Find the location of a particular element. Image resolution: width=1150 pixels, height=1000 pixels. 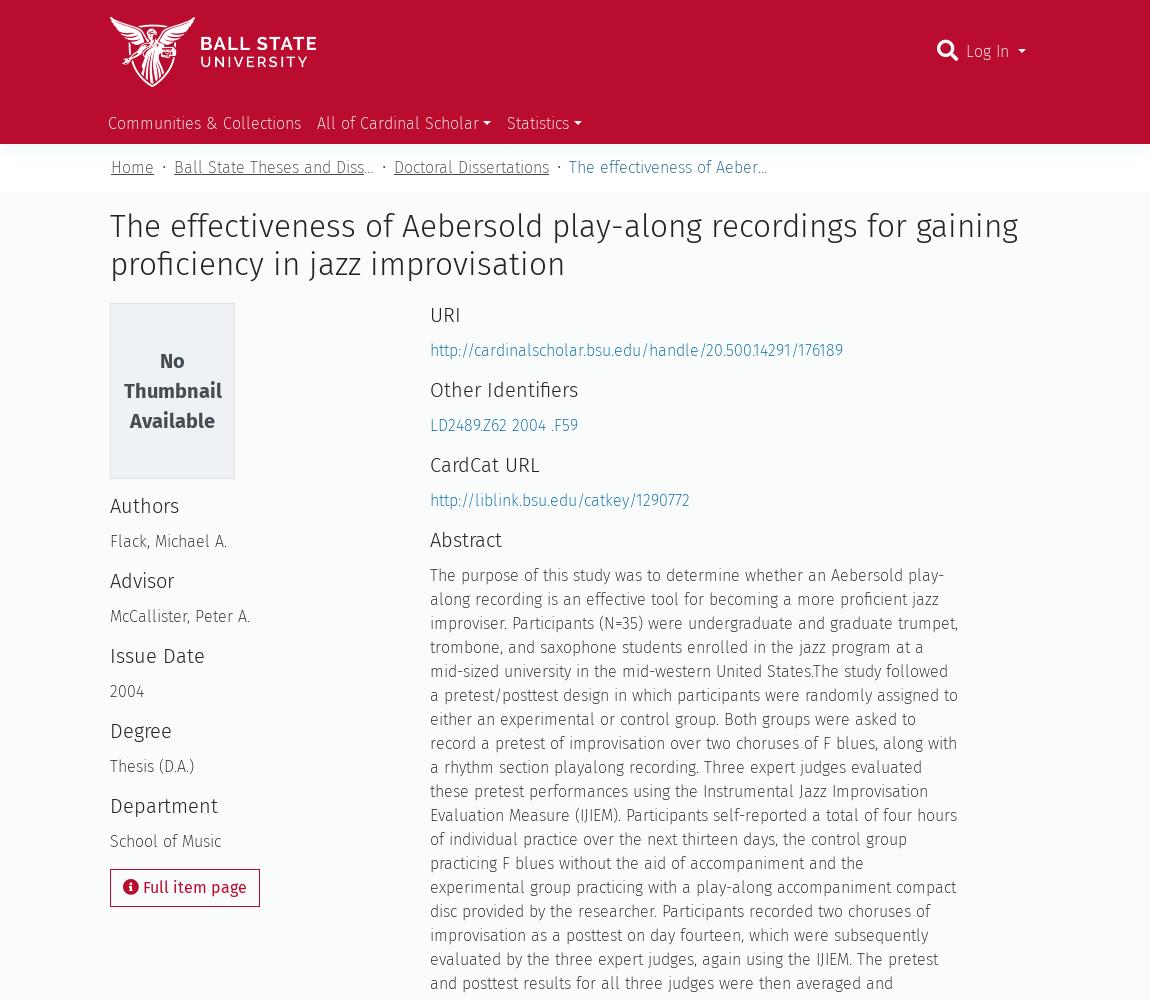

'Flack, Michael A.' is located at coordinates (167, 541).